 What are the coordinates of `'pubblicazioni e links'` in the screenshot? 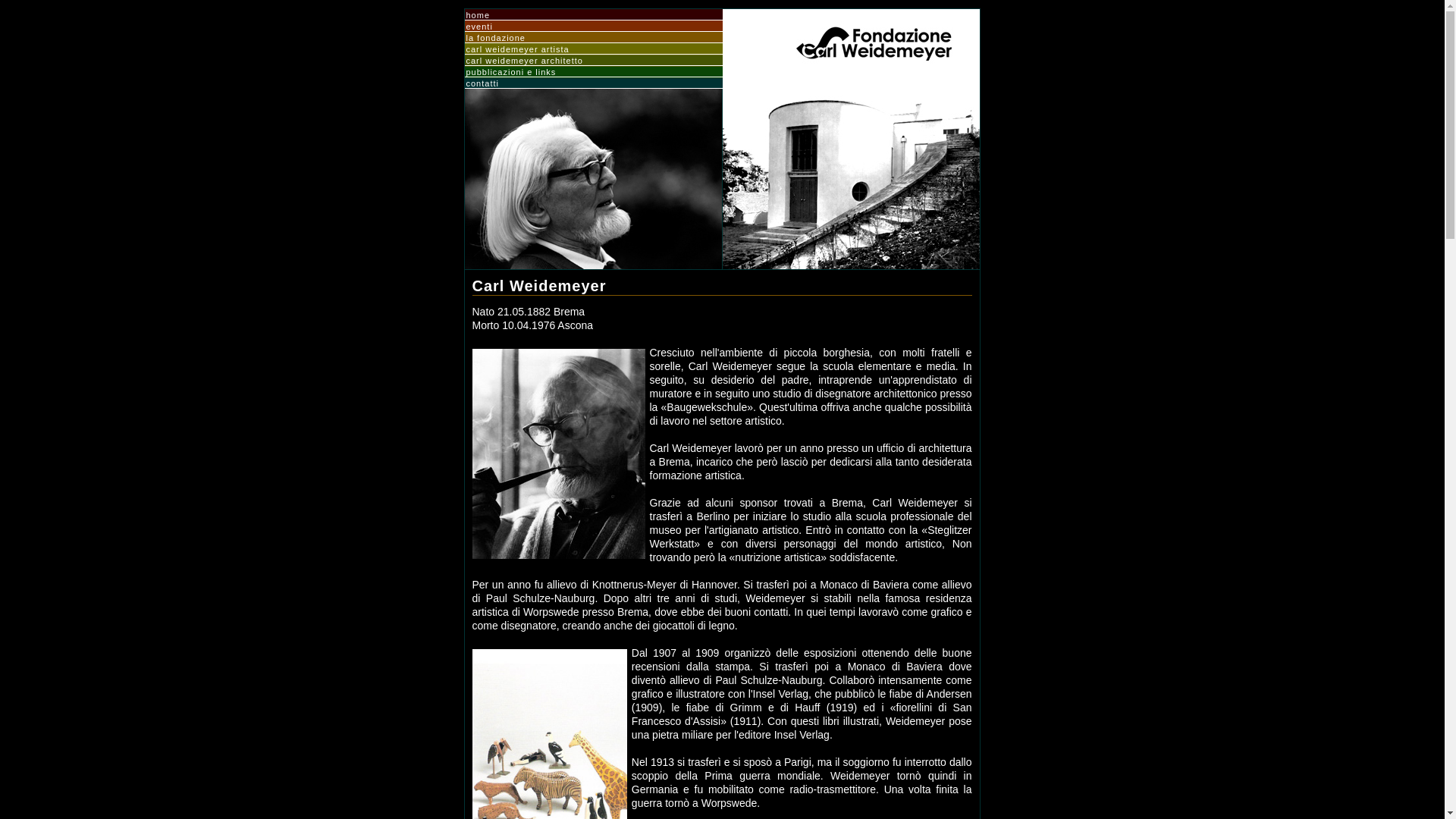 It's located at (592, 72).